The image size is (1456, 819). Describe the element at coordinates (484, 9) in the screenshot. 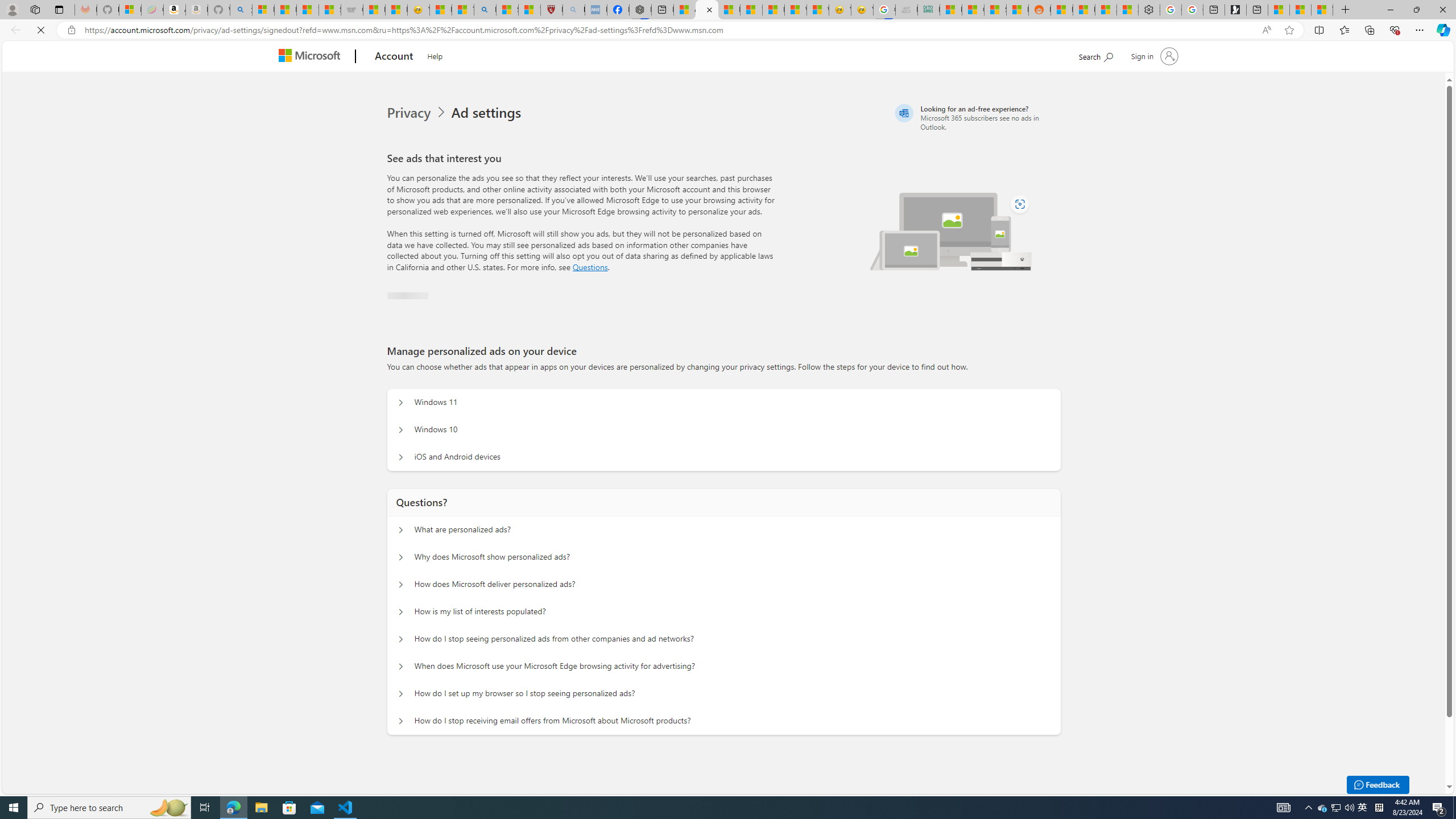

I see `'Bing'` at that location.